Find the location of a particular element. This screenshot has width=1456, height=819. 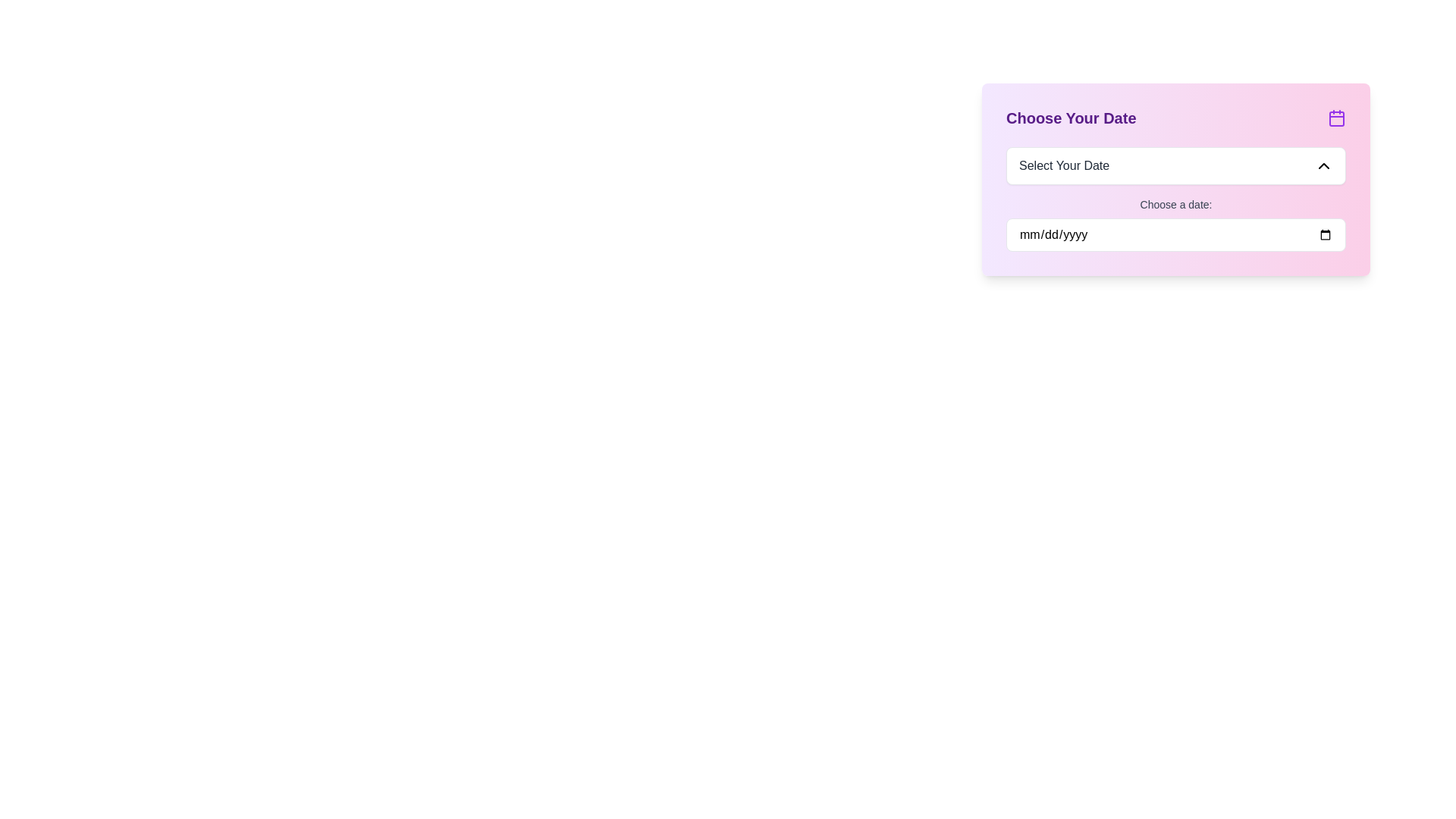

the upward-pointing chevron-shaped arrow icon located within the 'Select Your Date' section is located at coordinates (1323, 166).